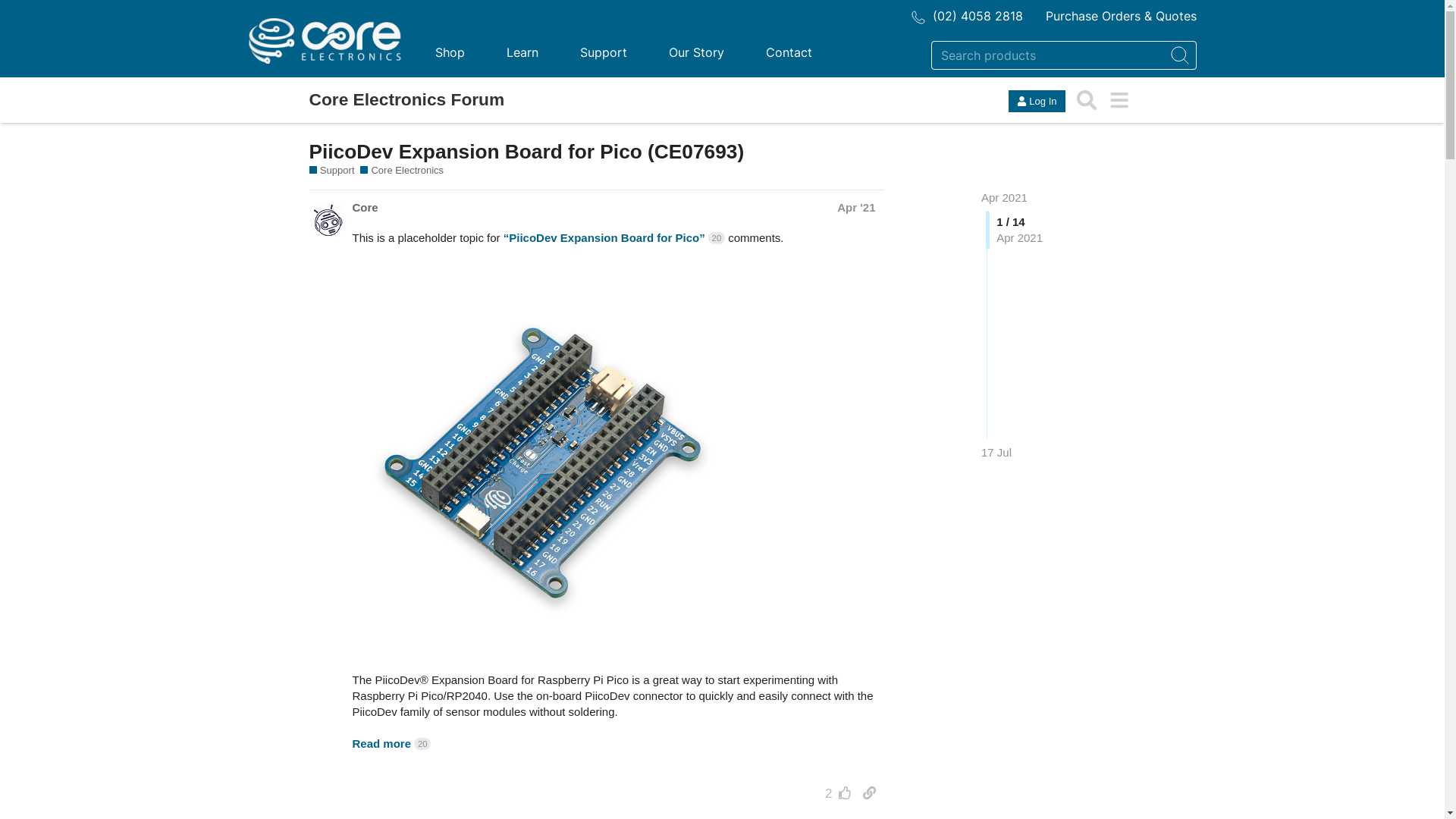 The height and width of the screenshot is (819, 1456). Describe the element at coordinates (391, 742) in the screenshot. I see `'Read more 20'` at that location.